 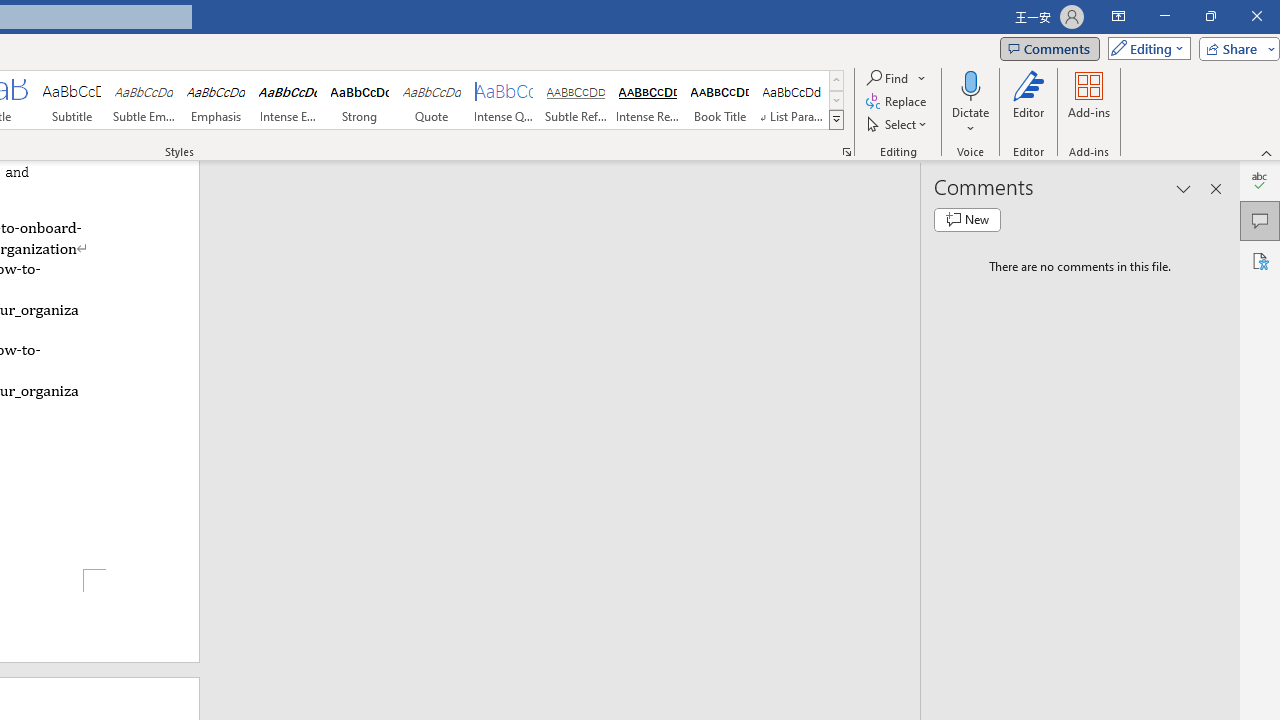 What do you see at coordinates (896, 101) in the screenshot?
I see `'Replace...'` at bounding box center [896, 101].